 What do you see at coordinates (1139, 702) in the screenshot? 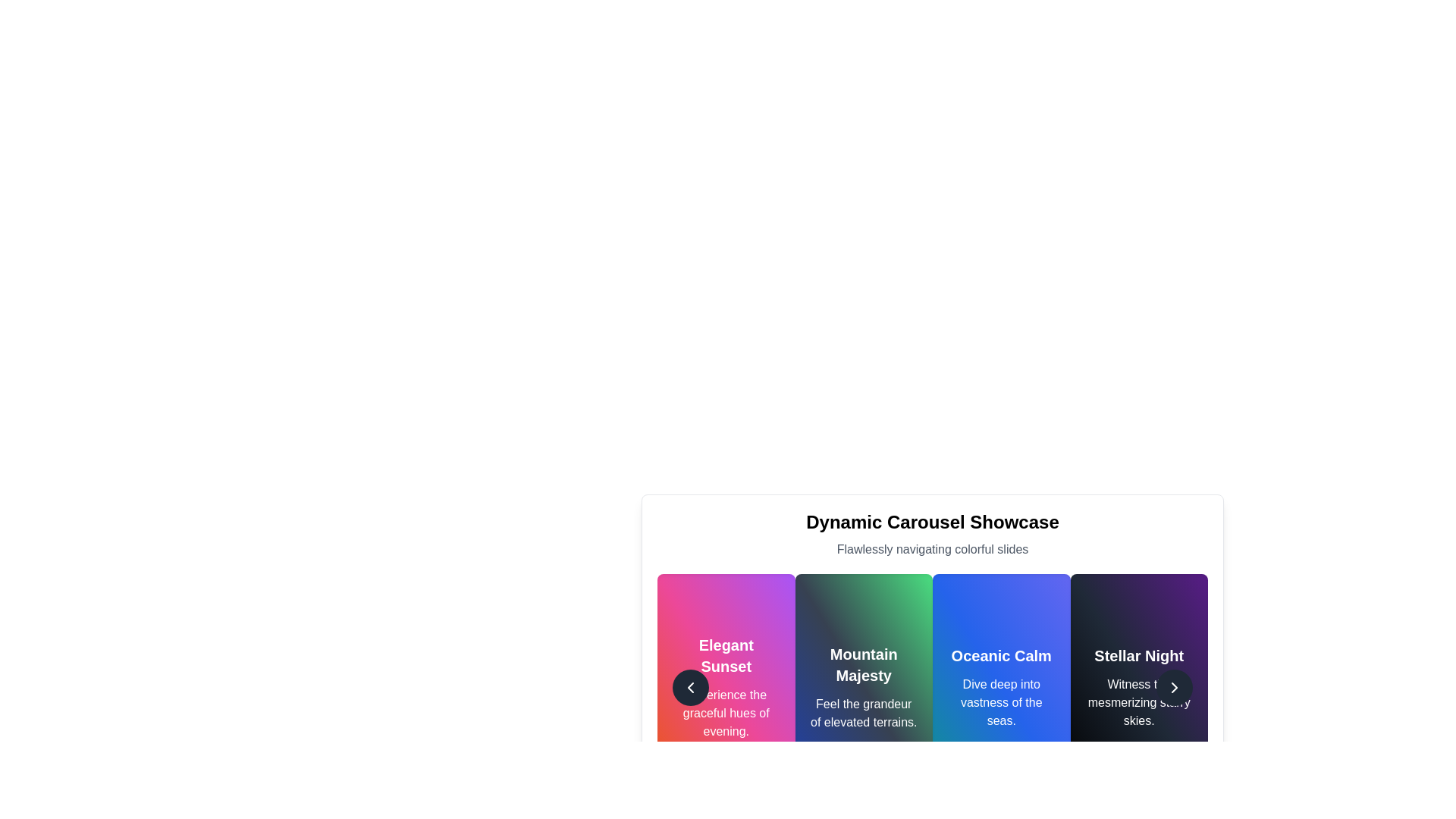
I see `descriptive text located directly beneath the title 'Stellar Night' in the fourth card of the carousel` at bounding box center [1139, 702].